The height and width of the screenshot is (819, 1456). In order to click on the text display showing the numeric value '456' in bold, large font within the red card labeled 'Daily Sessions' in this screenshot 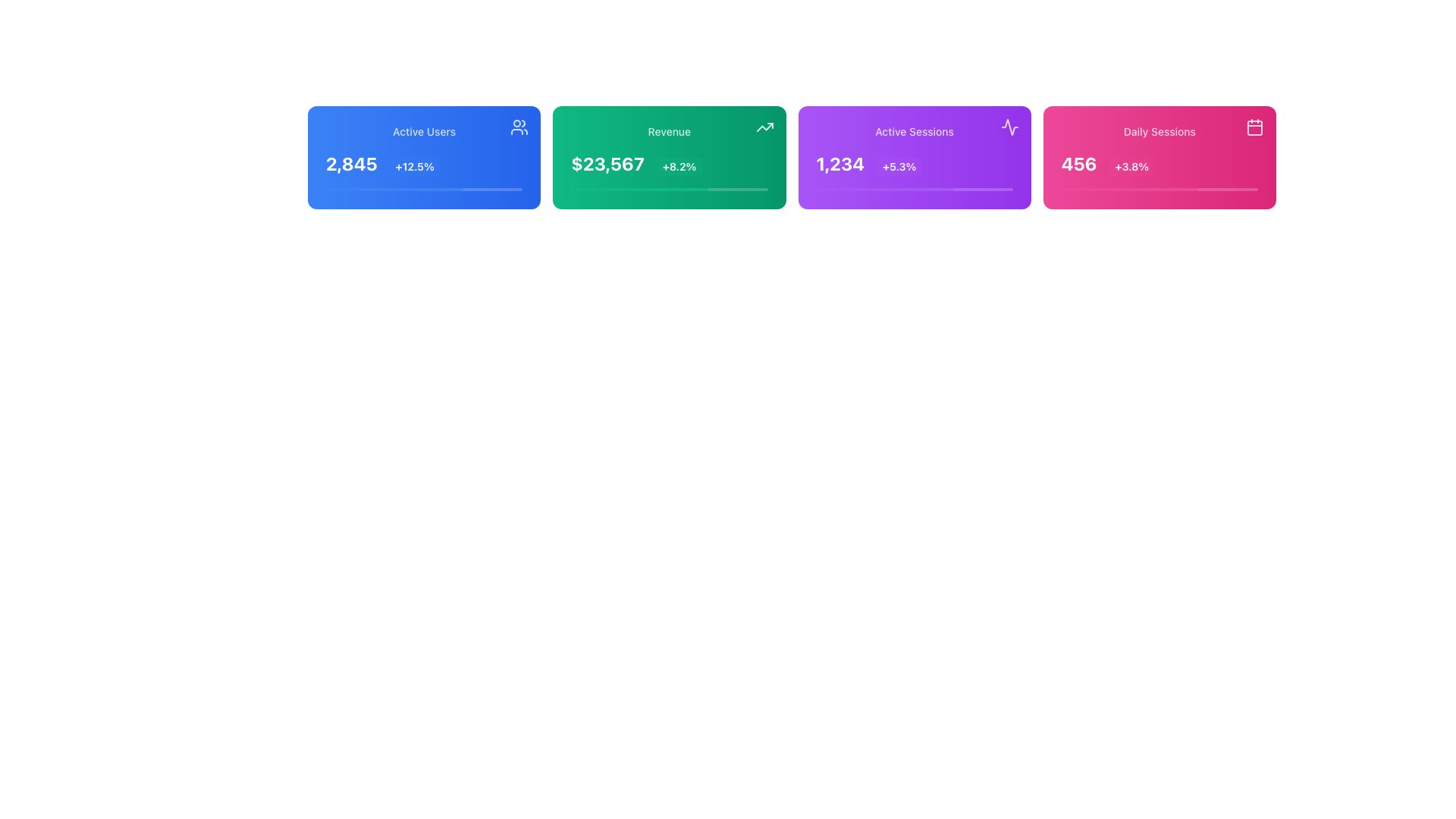, I will do `click(1078, 164)`.